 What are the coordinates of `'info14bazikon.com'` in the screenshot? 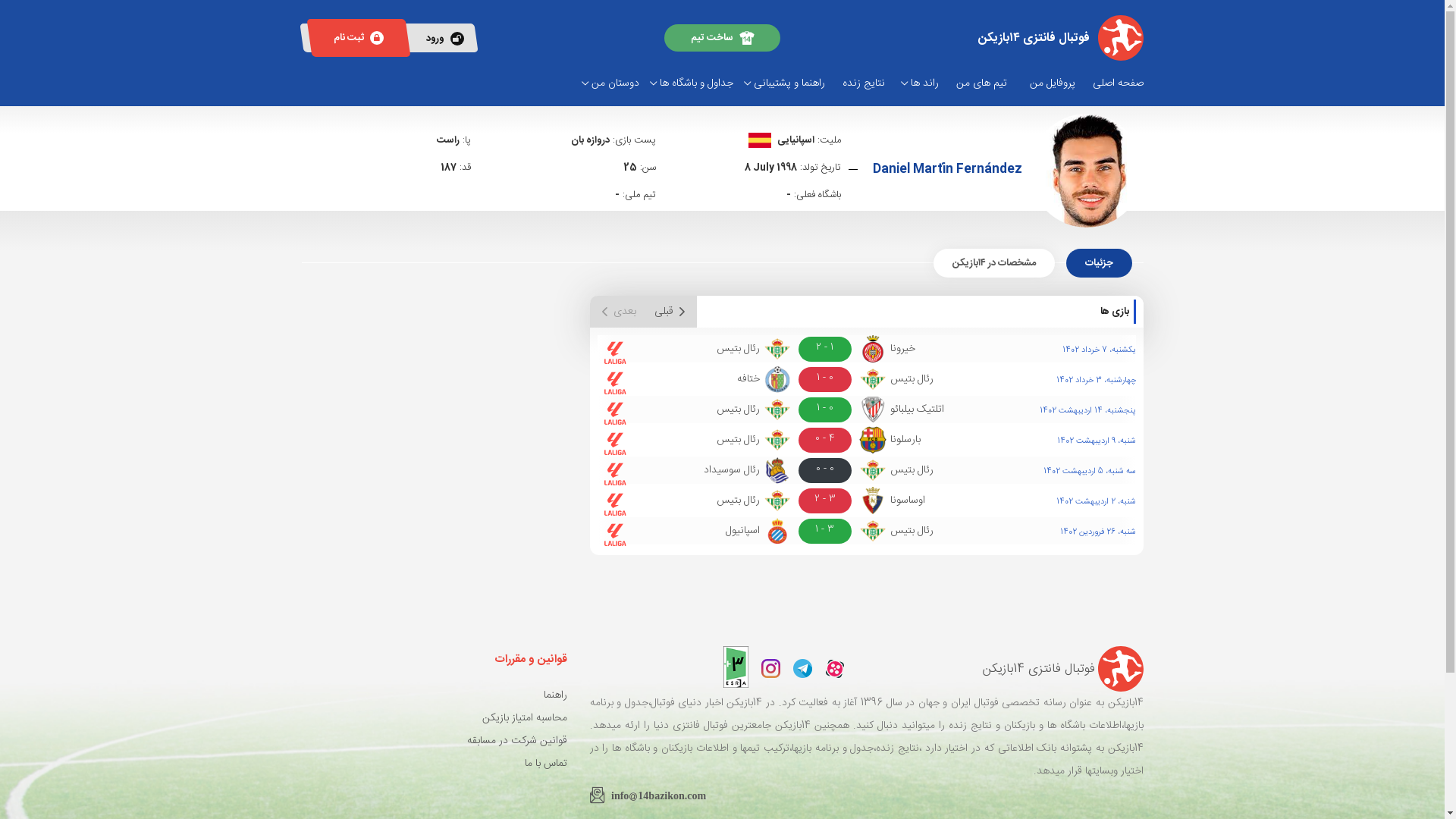 It's located at (588, 792).